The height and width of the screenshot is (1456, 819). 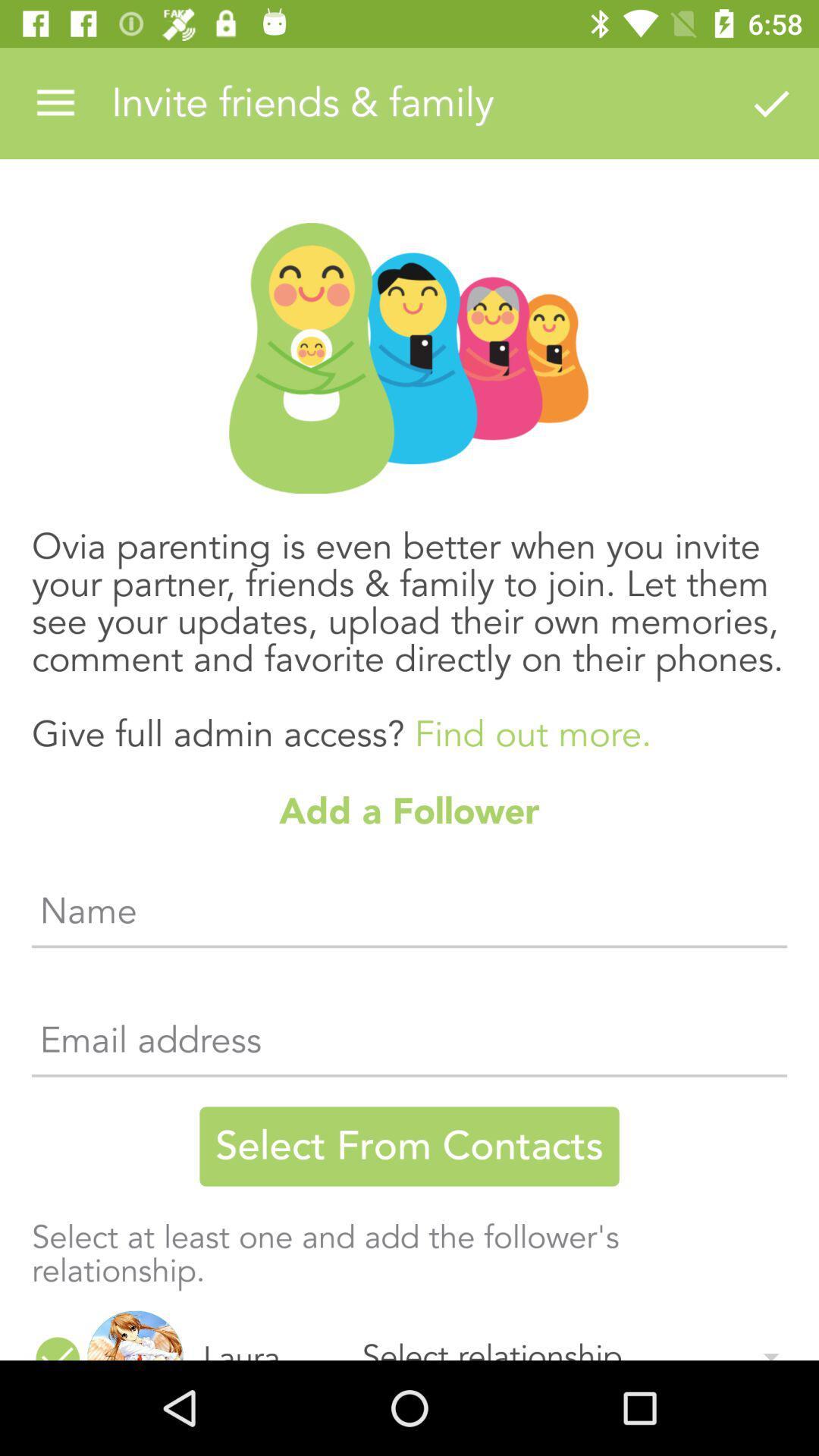 What do you see at coordinates (409, 625) in the screenshot?
I see `the ovia parenting is item` at bounding box center [409, 625].